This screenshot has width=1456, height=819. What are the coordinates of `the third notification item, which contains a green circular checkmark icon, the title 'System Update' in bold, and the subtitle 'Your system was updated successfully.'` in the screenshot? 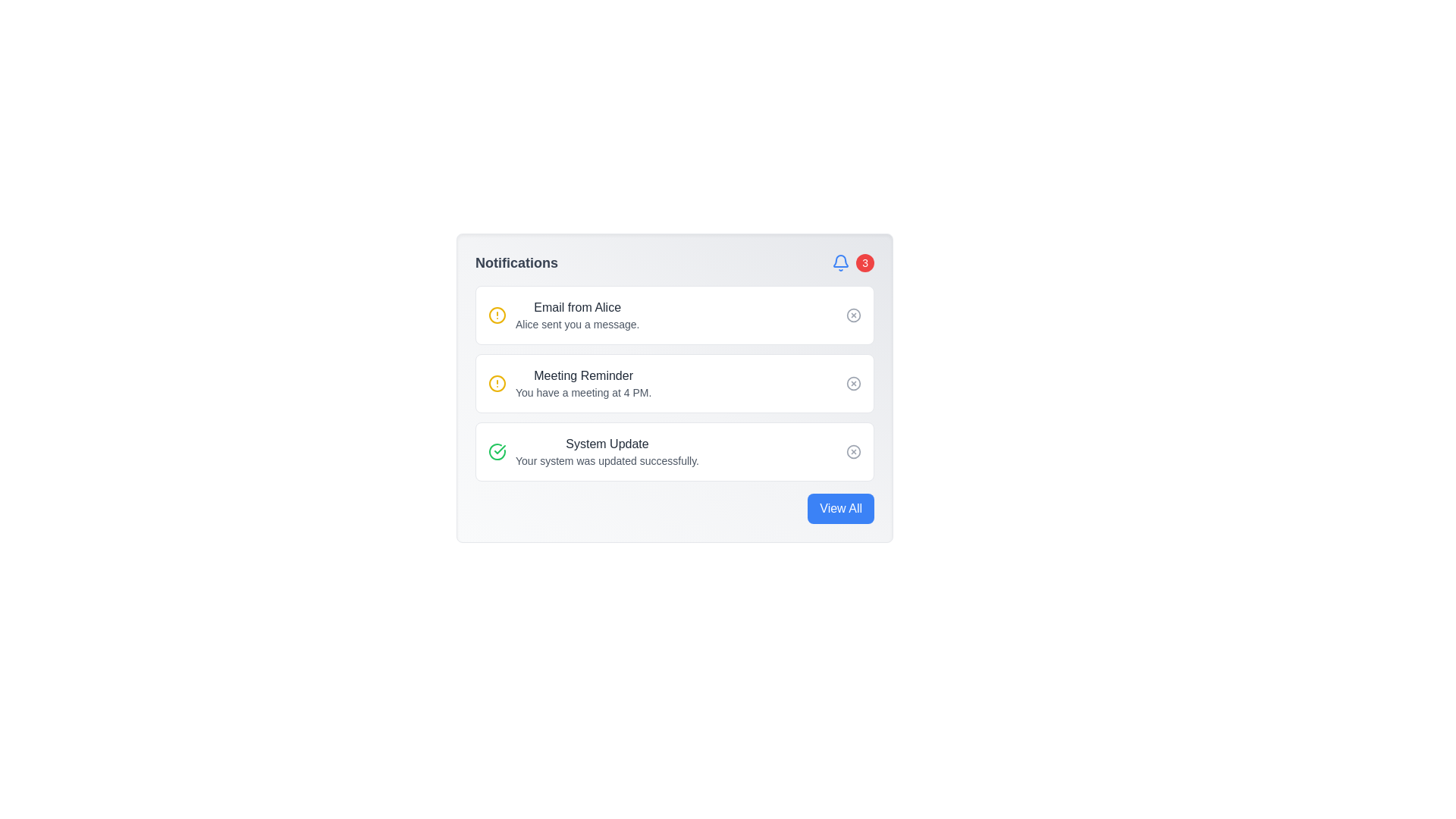 It's located at (592, 451).